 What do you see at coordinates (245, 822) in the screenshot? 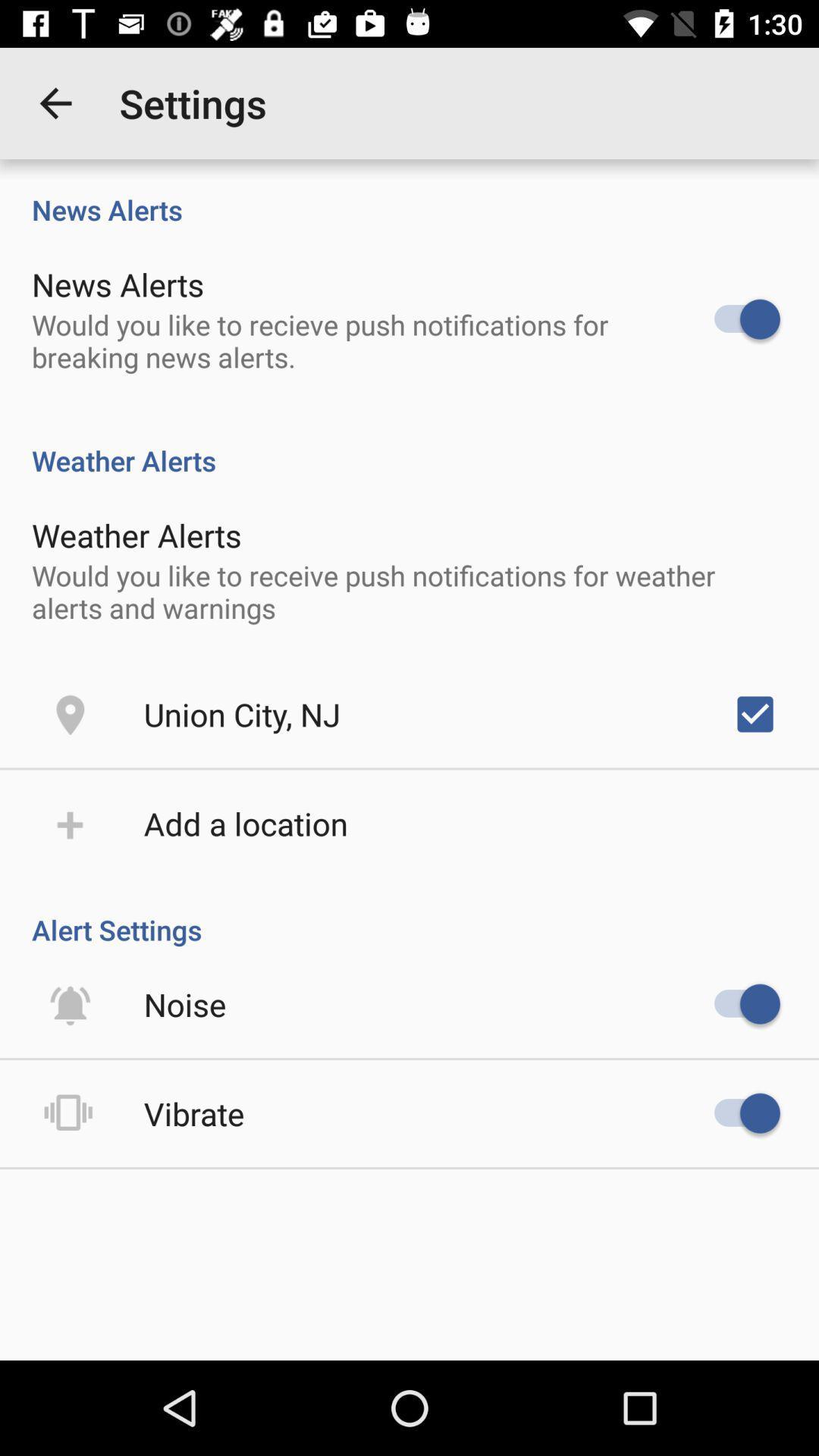
I see `add a location` at bounding box center [245, 822].